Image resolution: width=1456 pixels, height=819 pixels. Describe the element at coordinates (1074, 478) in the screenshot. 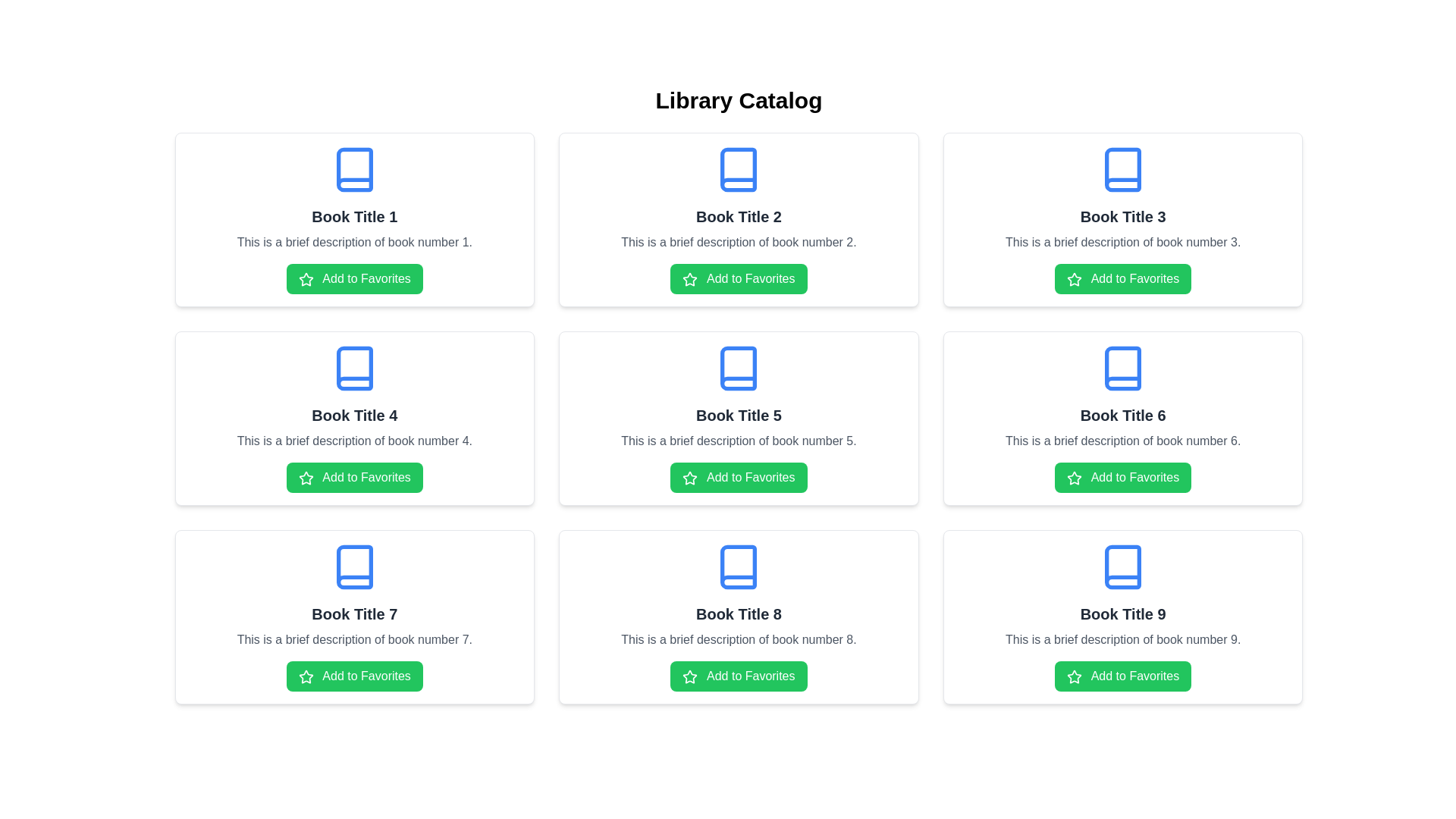

I see `the star icon located within the 'Book Title 6' card, just above the 'Add to Favorites' label` at that location.